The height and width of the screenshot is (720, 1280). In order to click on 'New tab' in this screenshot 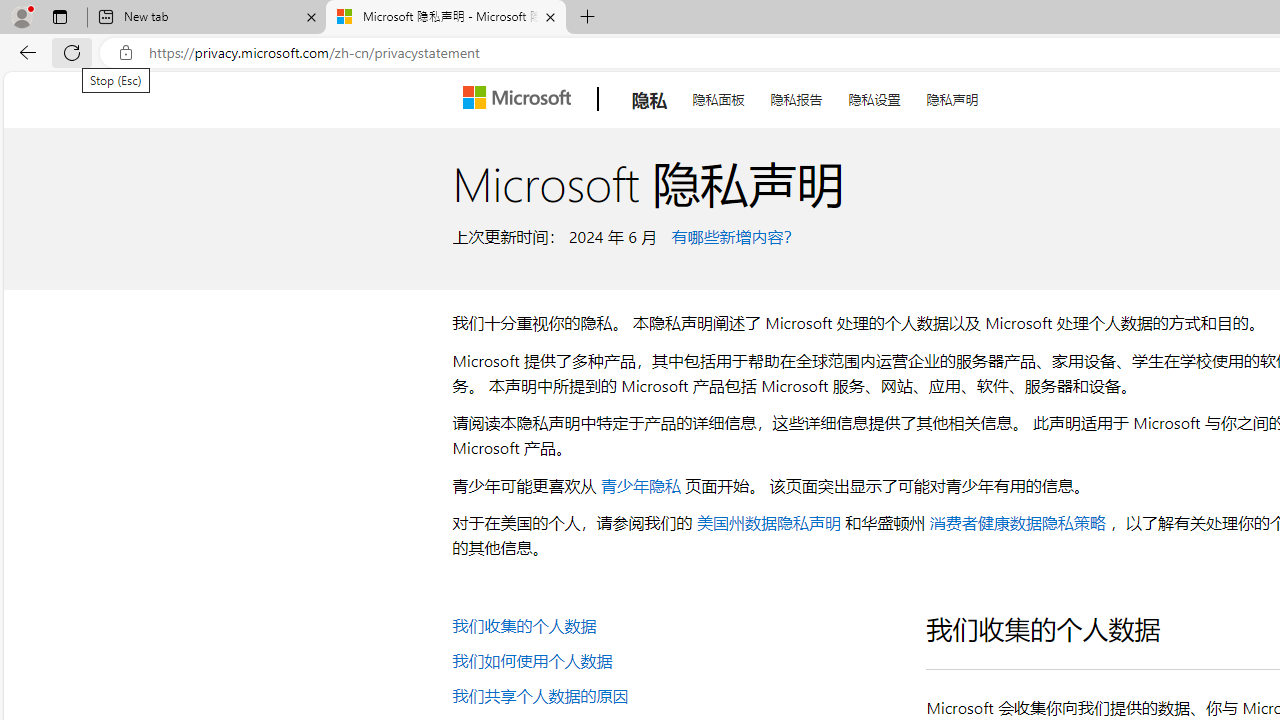, I will do `click(207, 17)`.